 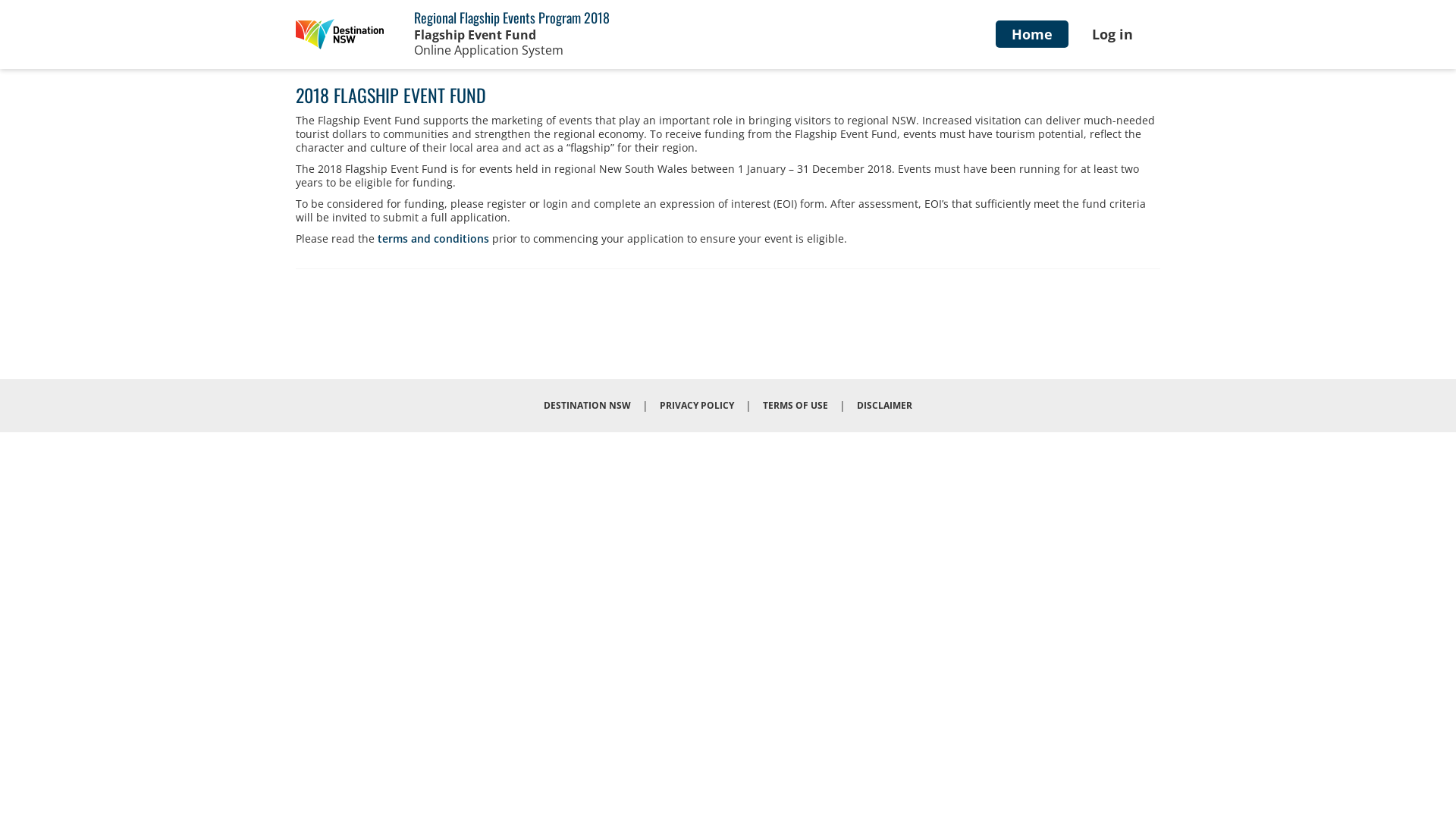 What do you see at coordinates (414, 17) in the screenshot?
I see `'Regional Flagship Events Program 2018'` at bounding box center [414, 17].